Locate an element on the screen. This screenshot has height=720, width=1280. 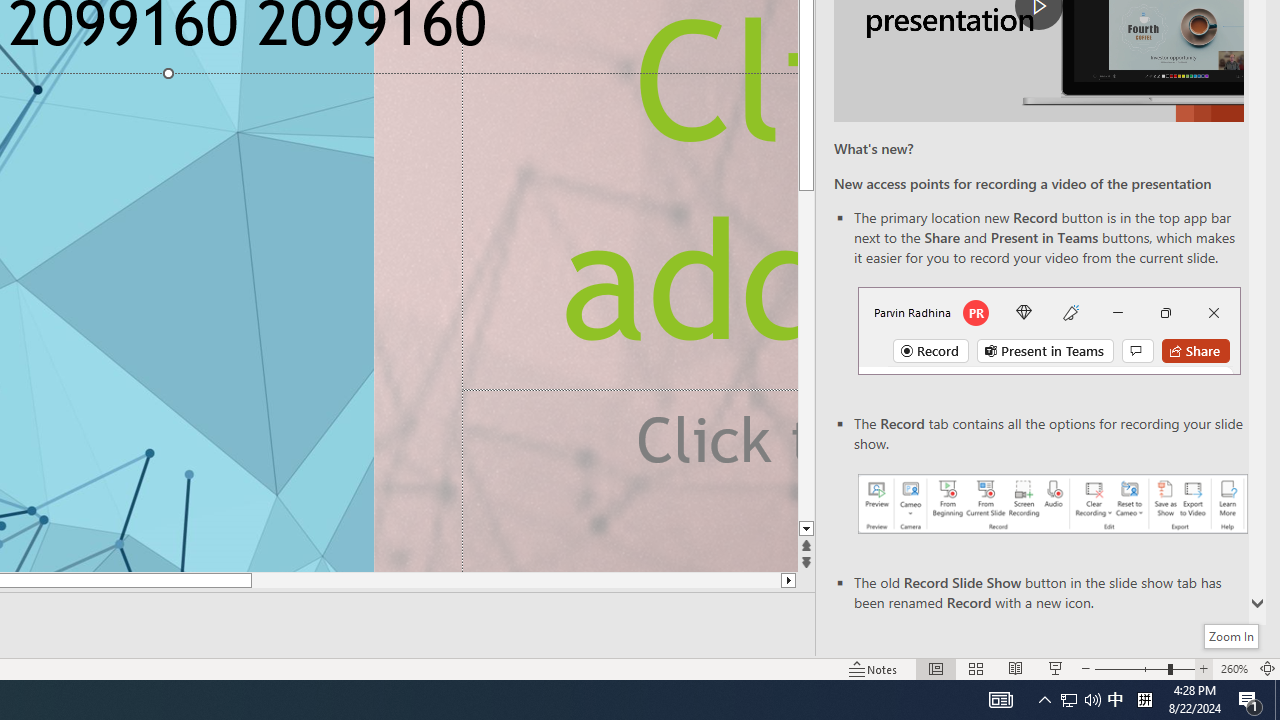
'Reading View' is located at coordinates (1015, 669).